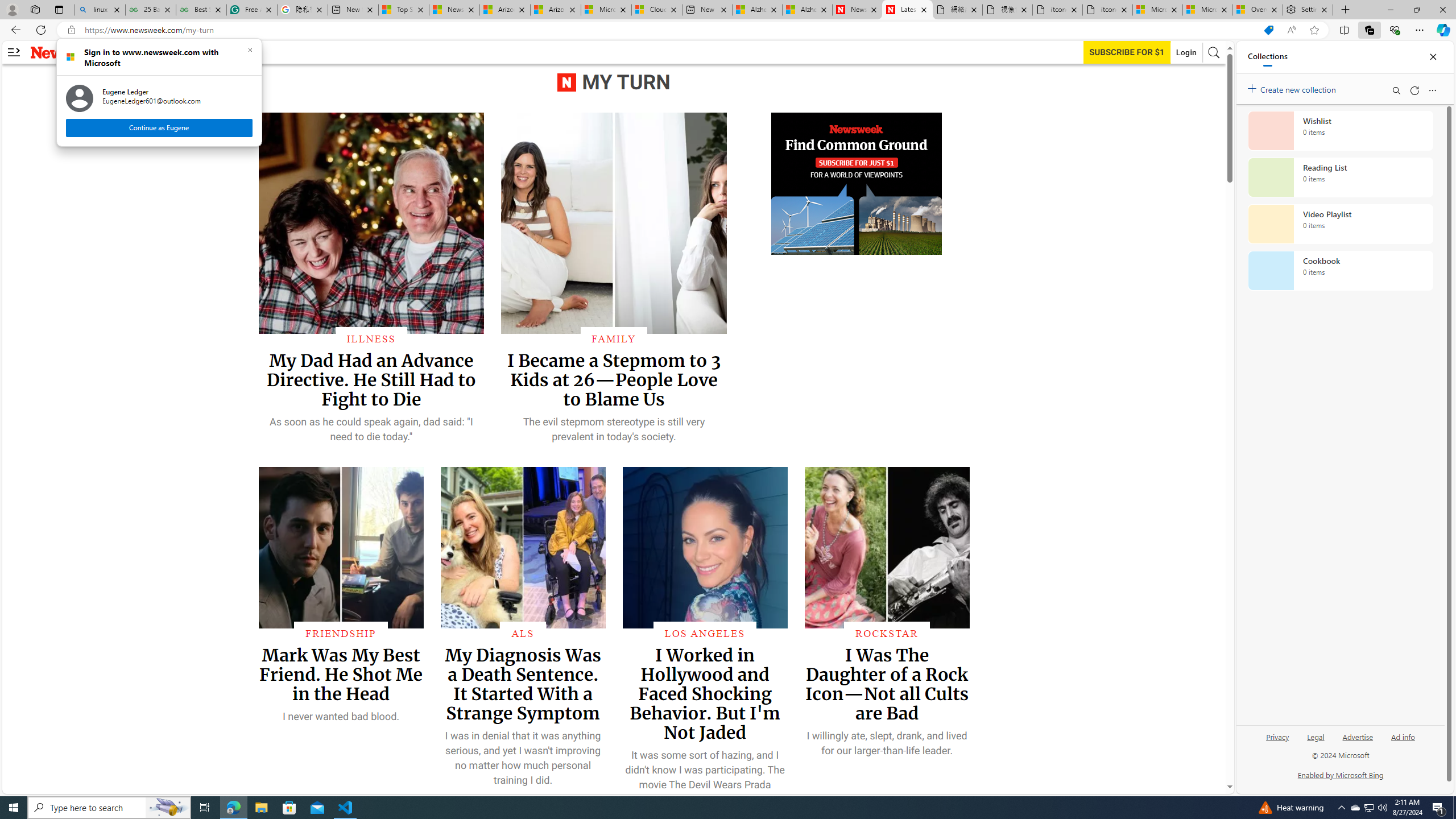 The width and height of the screenshot is (1456, 819). What do you see at coordinates (371, 338) in the screenshot?
I see `'ILLNESS'` at bounding box center [371, 338].